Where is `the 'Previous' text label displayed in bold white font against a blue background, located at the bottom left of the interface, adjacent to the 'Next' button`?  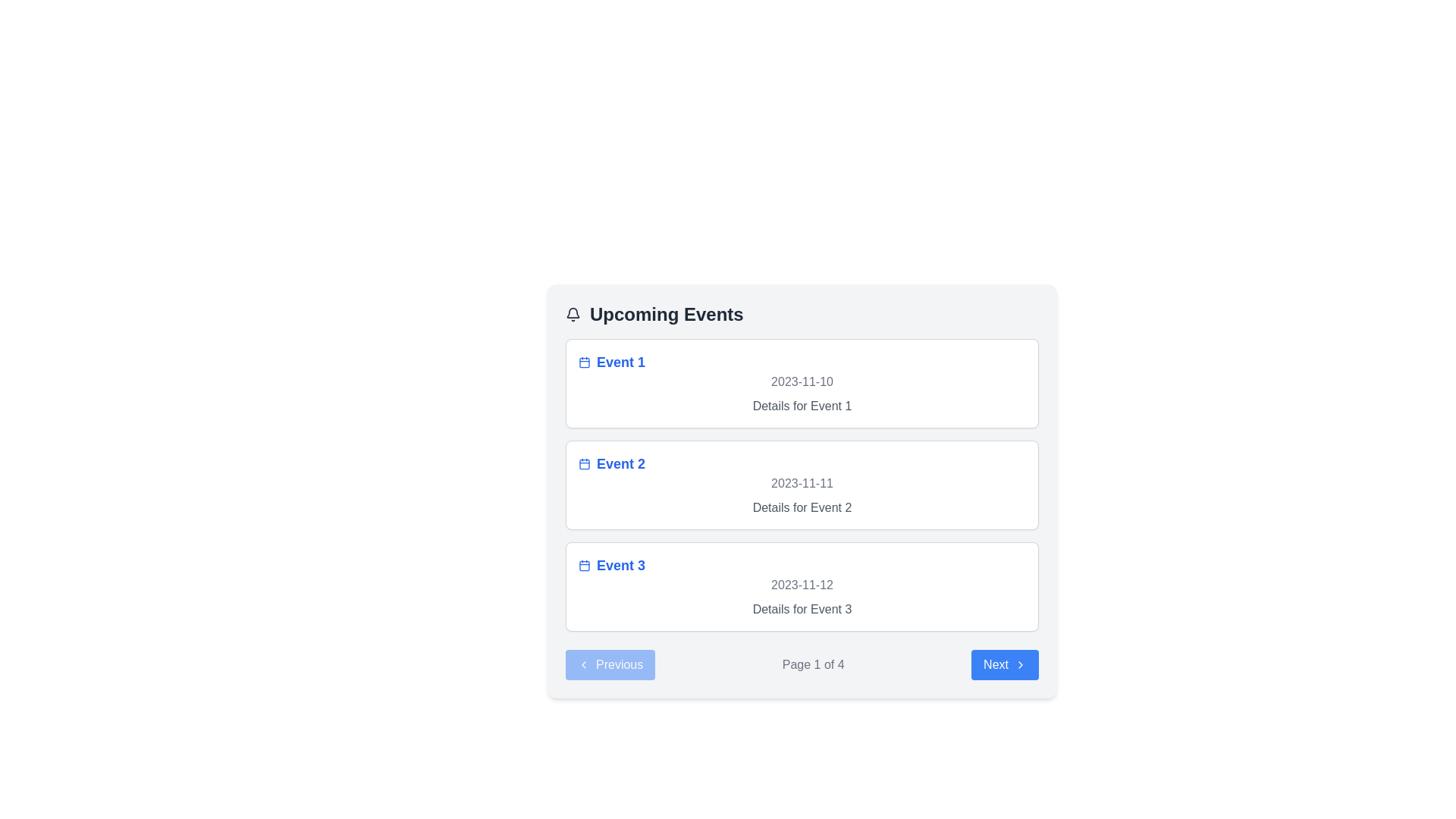 the 'Previous' text label displayed in bold white font against a blue background, located at the bottom left of the interface, adjacent to the 'Next' button is located at coordinates (620, 664).